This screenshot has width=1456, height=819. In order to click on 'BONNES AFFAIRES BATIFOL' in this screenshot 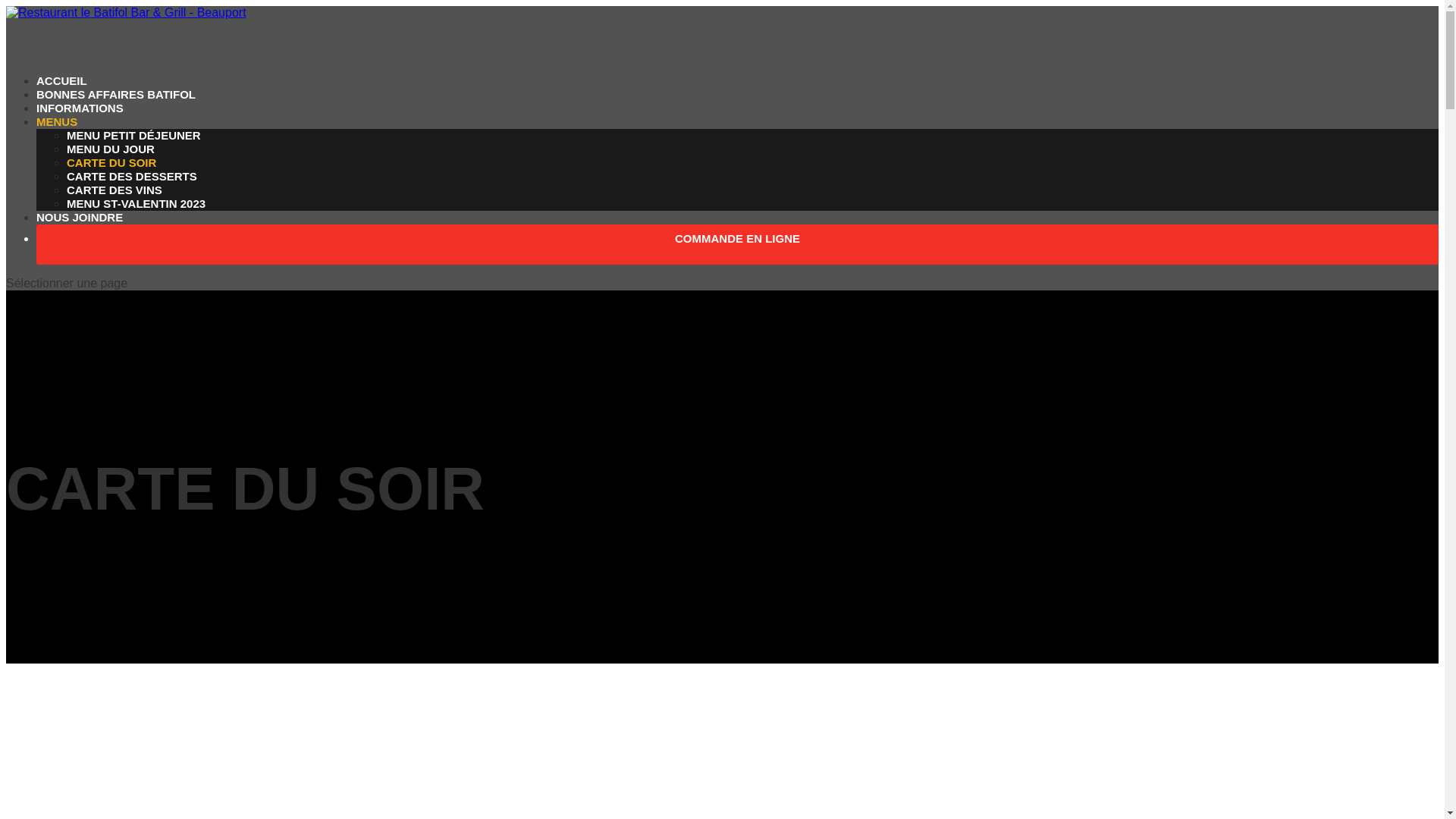, I will do `click(115, 115)`.